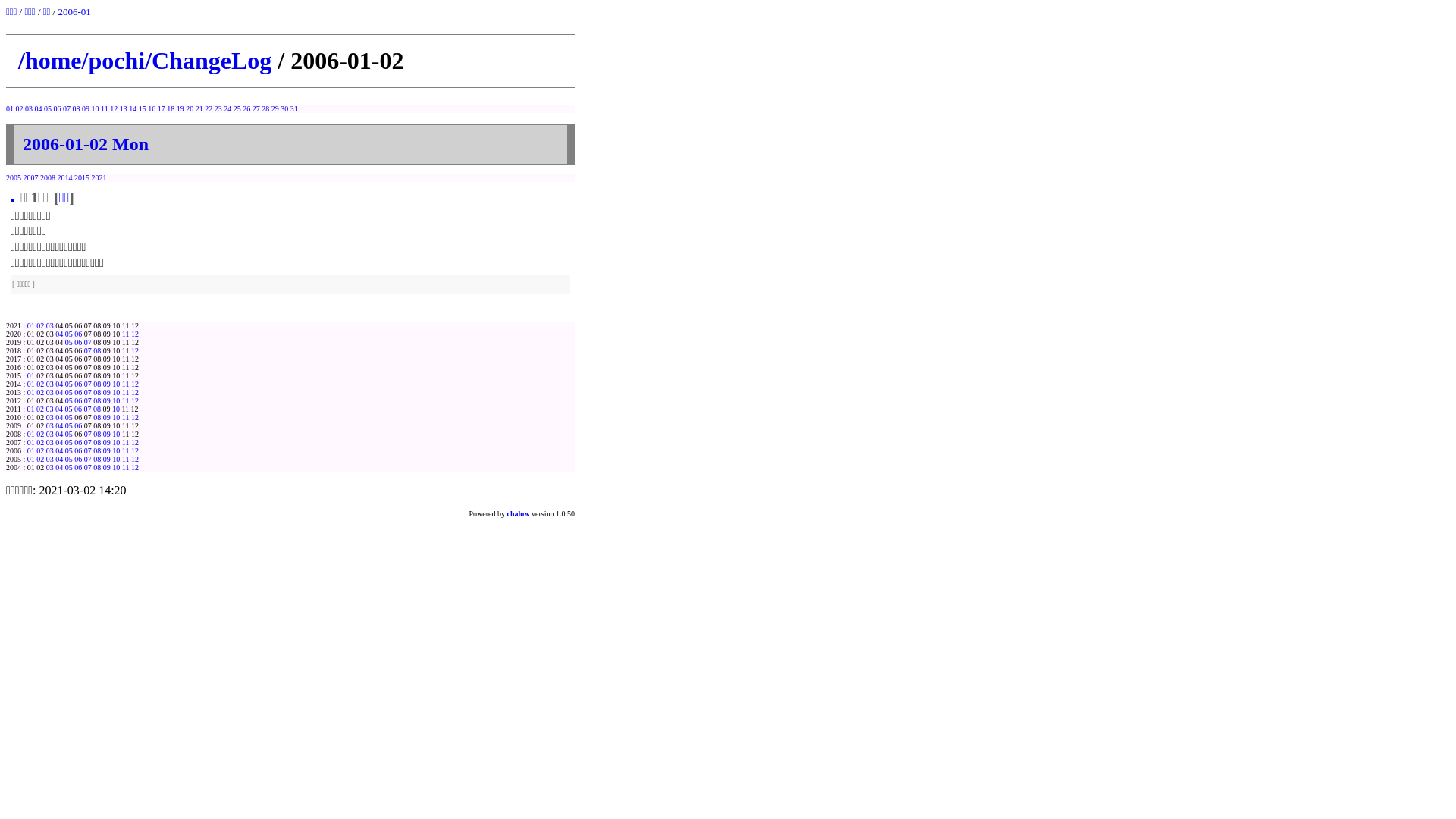 This screenshot has width=1456, height=819. I want to click on '03', so click(46, 417).